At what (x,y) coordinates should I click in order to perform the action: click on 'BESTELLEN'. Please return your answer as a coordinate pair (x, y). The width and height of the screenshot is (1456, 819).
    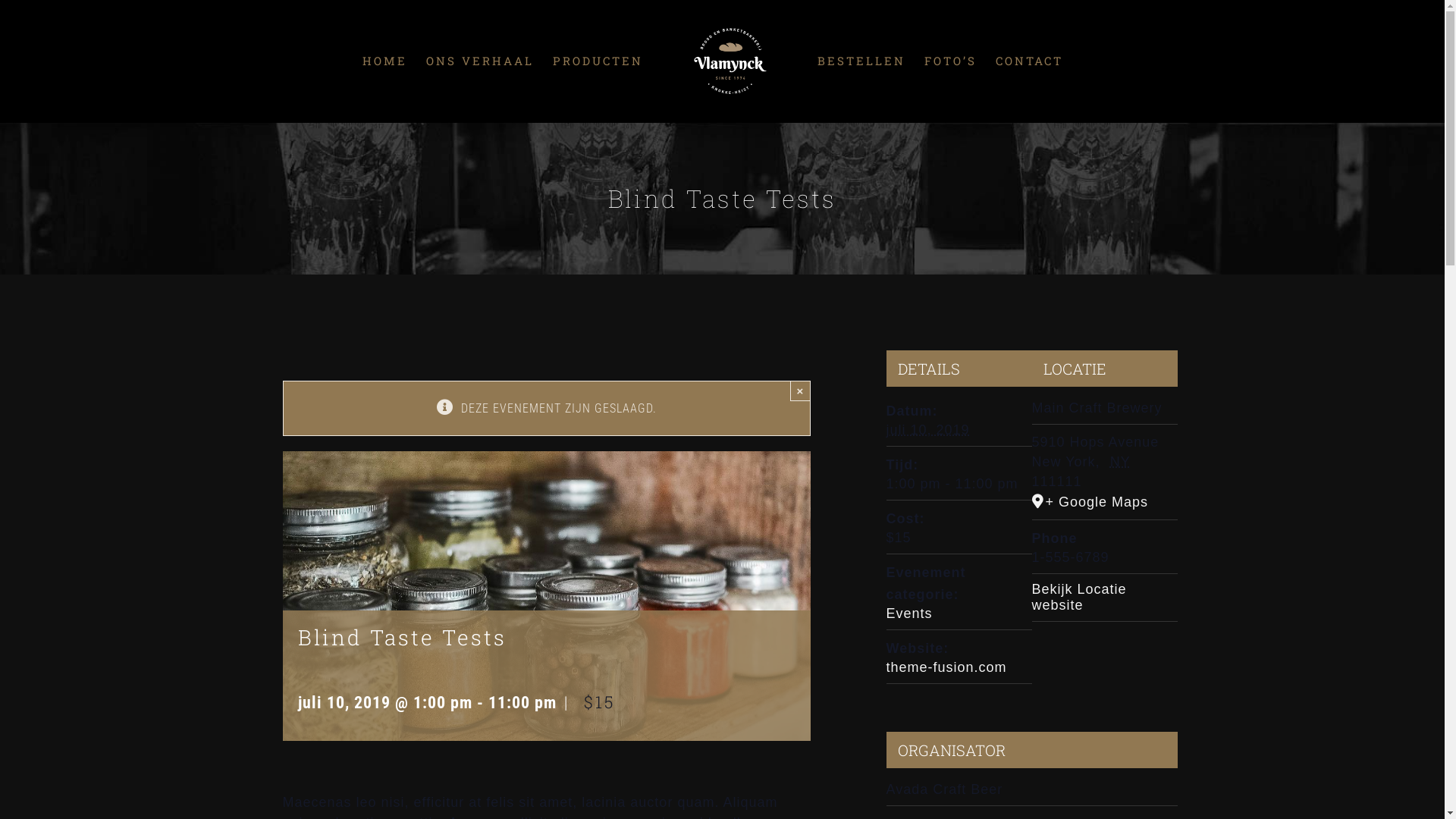
    Looking at the image, I should click on (817, 61).